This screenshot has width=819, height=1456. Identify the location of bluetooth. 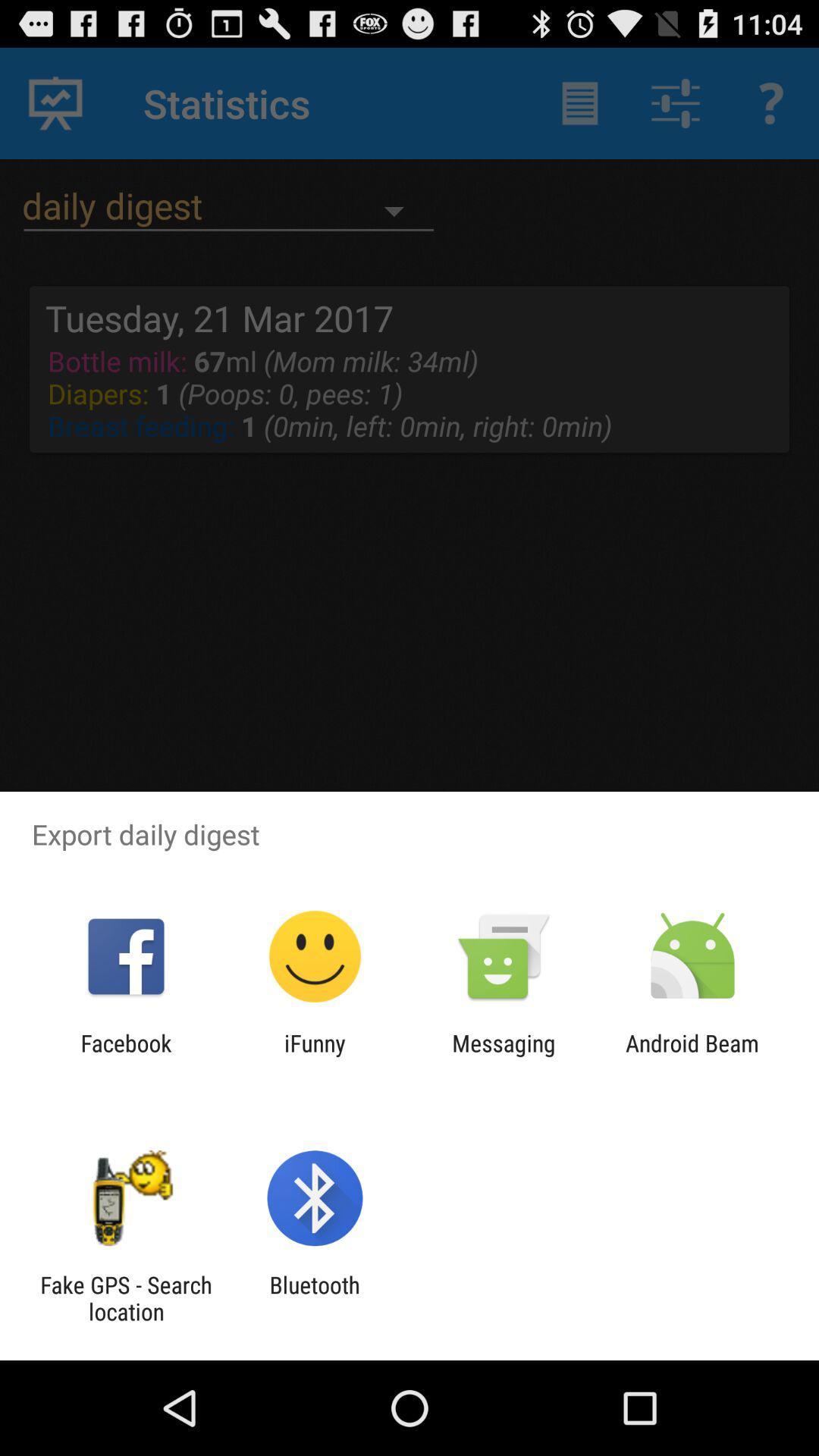
(314, 1298).